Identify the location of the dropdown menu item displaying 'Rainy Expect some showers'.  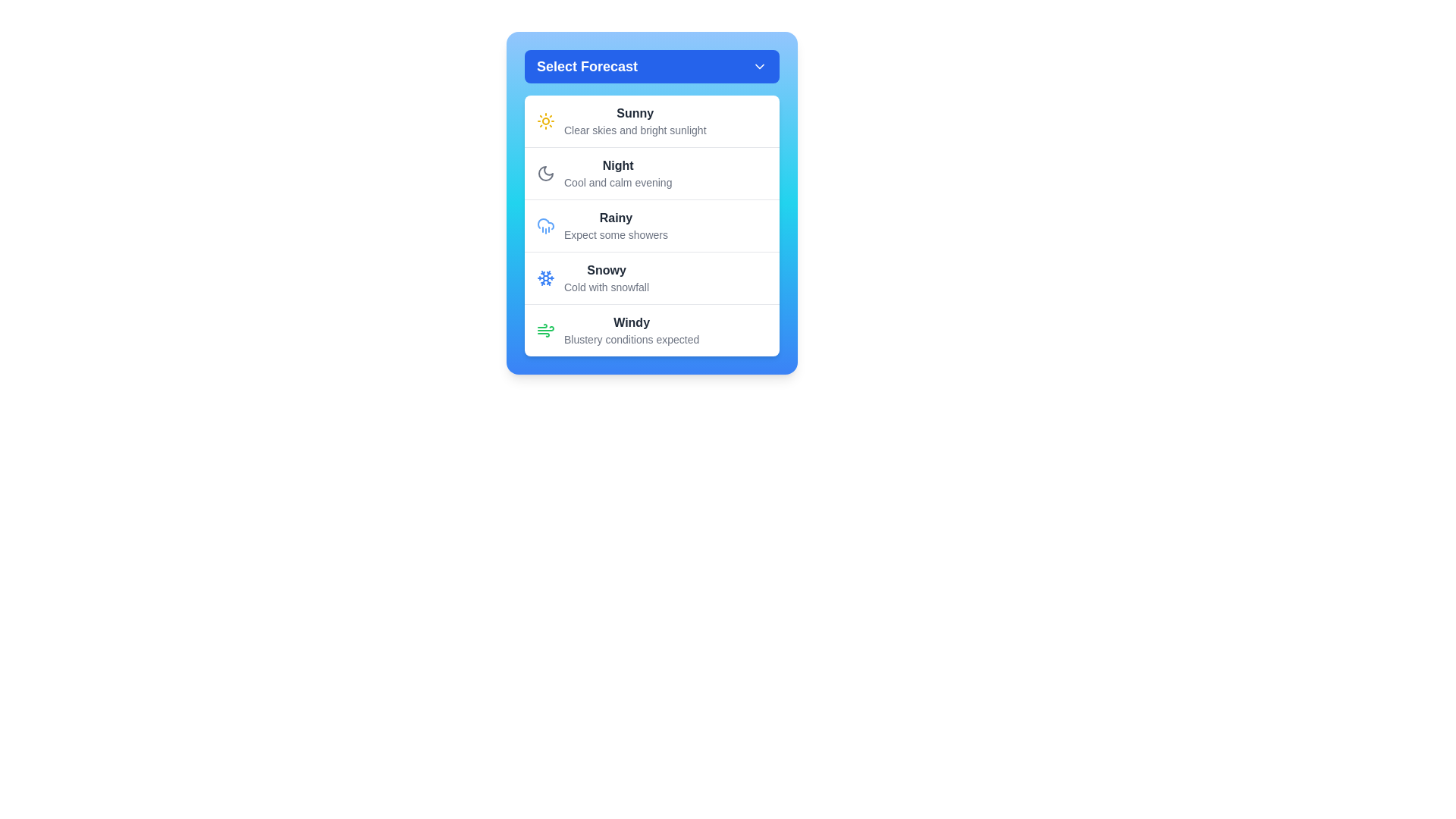
(651, 202).